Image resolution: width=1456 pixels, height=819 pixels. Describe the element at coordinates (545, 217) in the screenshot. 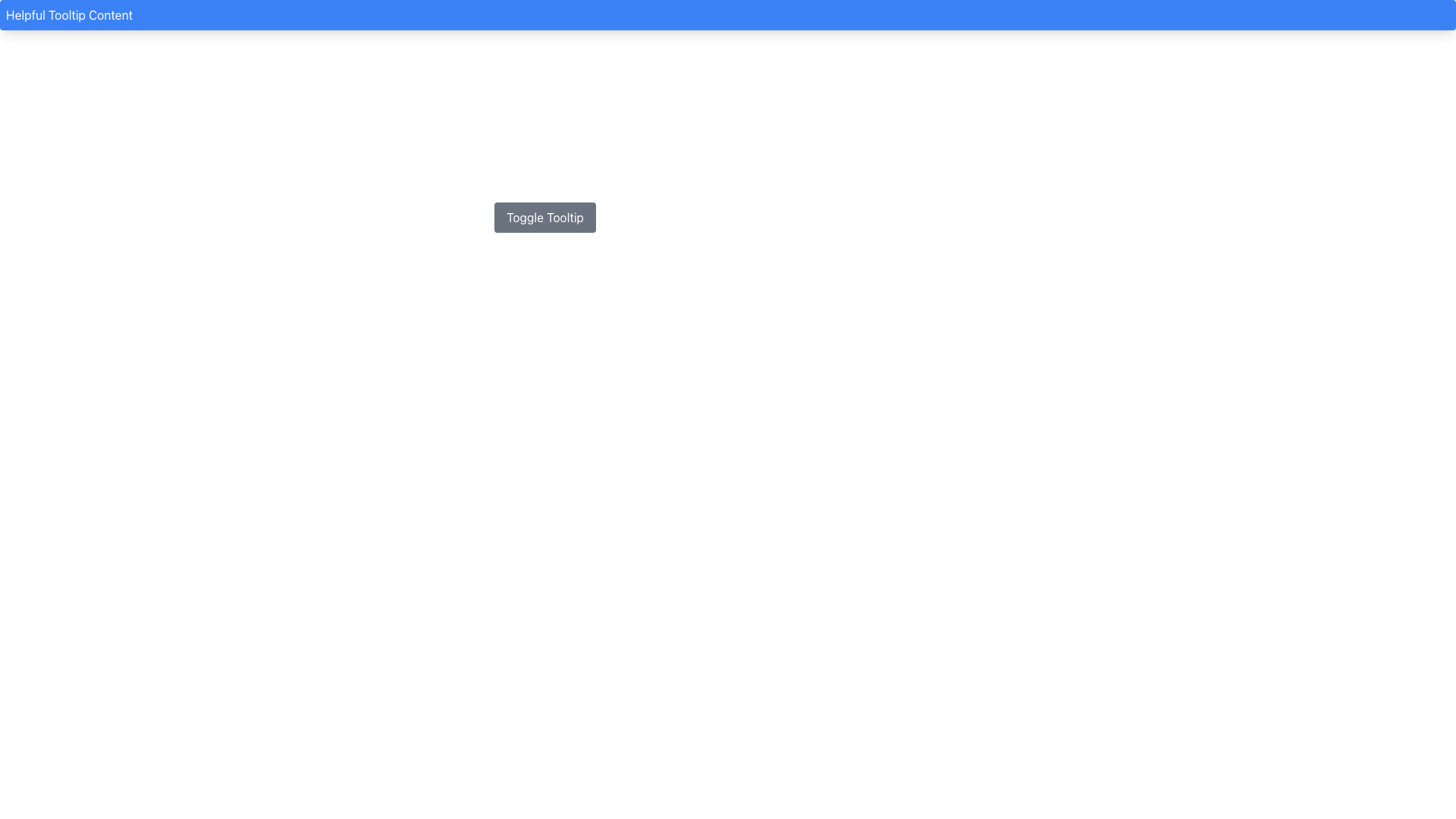

I see `the 'Toggle Tooltip' button with a gray background and white text` at that location.